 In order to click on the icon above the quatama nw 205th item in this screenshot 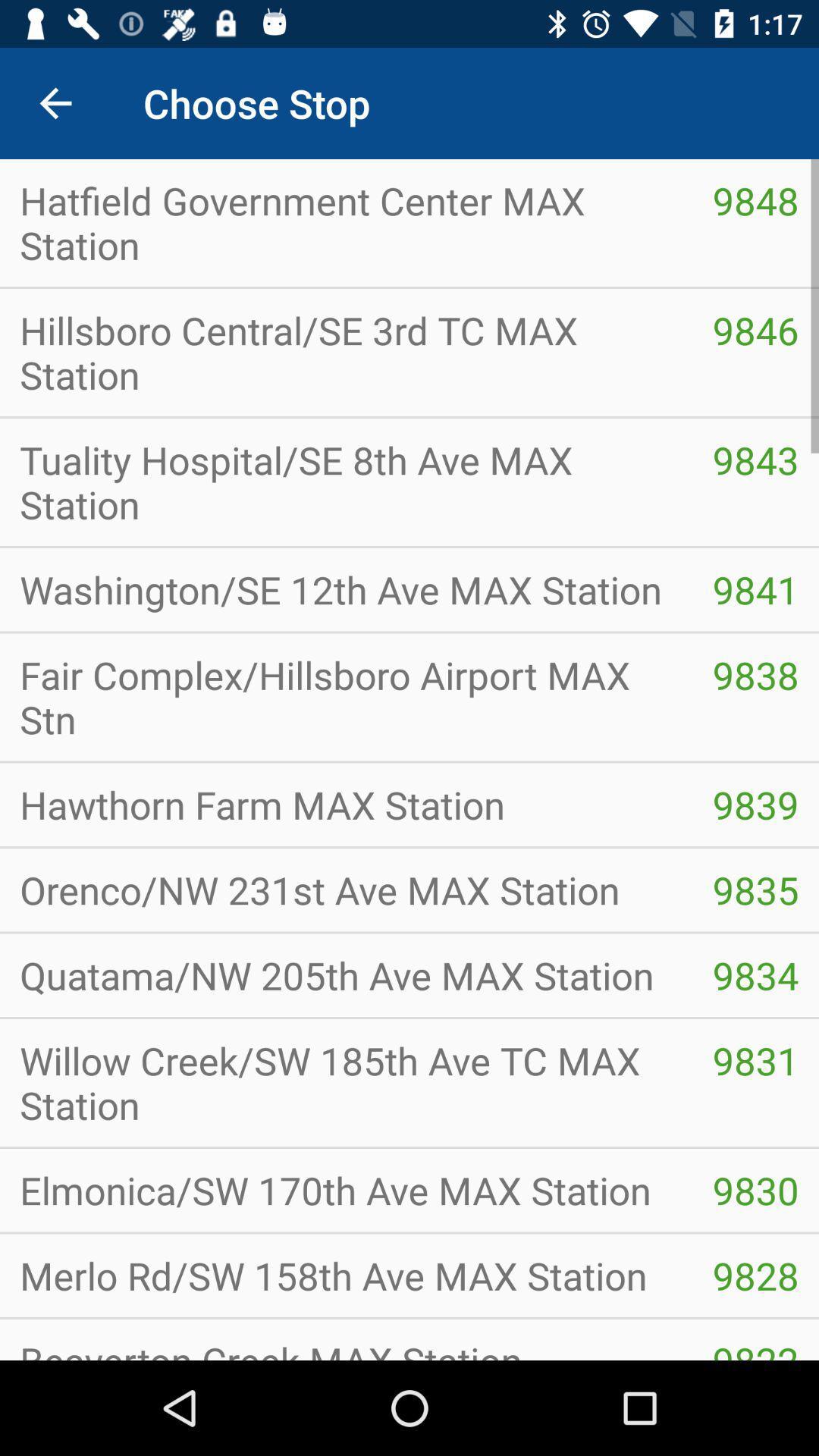, I will do `click(755, 890)`.